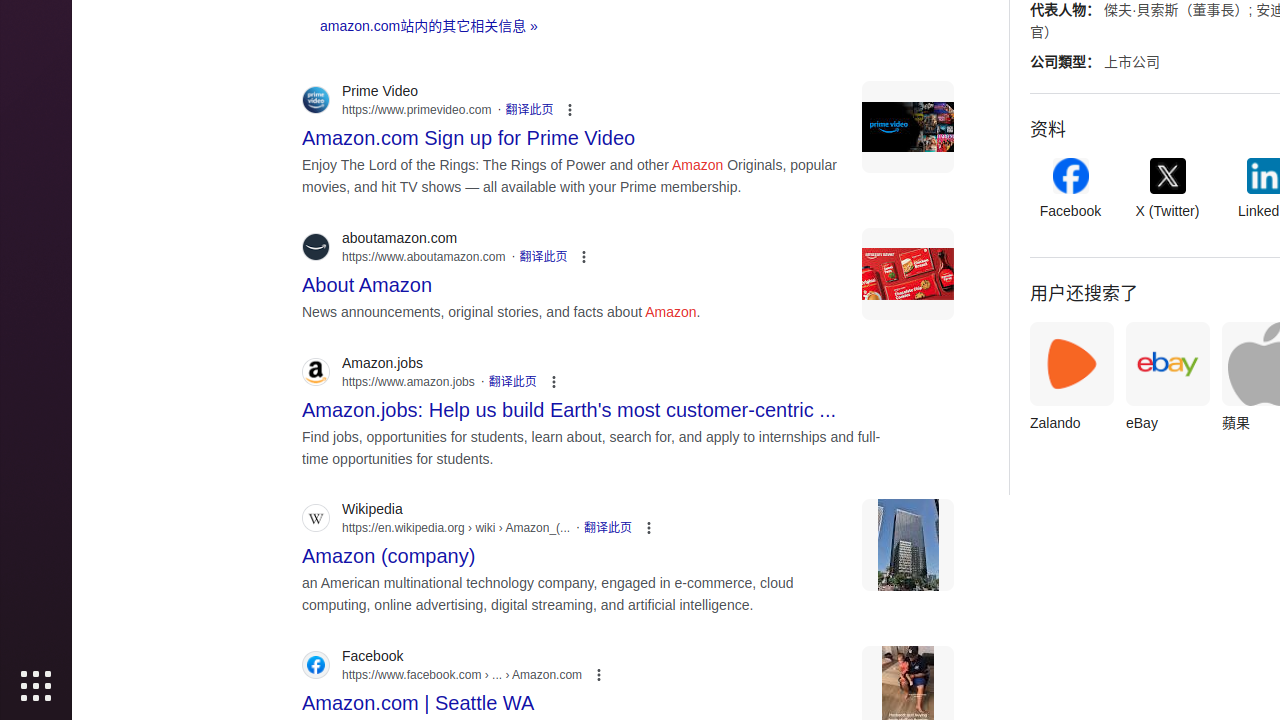 This screenshot has width=1280, height=720. Describe the element at coordinates (35, 685) in the screenshot. I see `'Show Applications'` at that location.